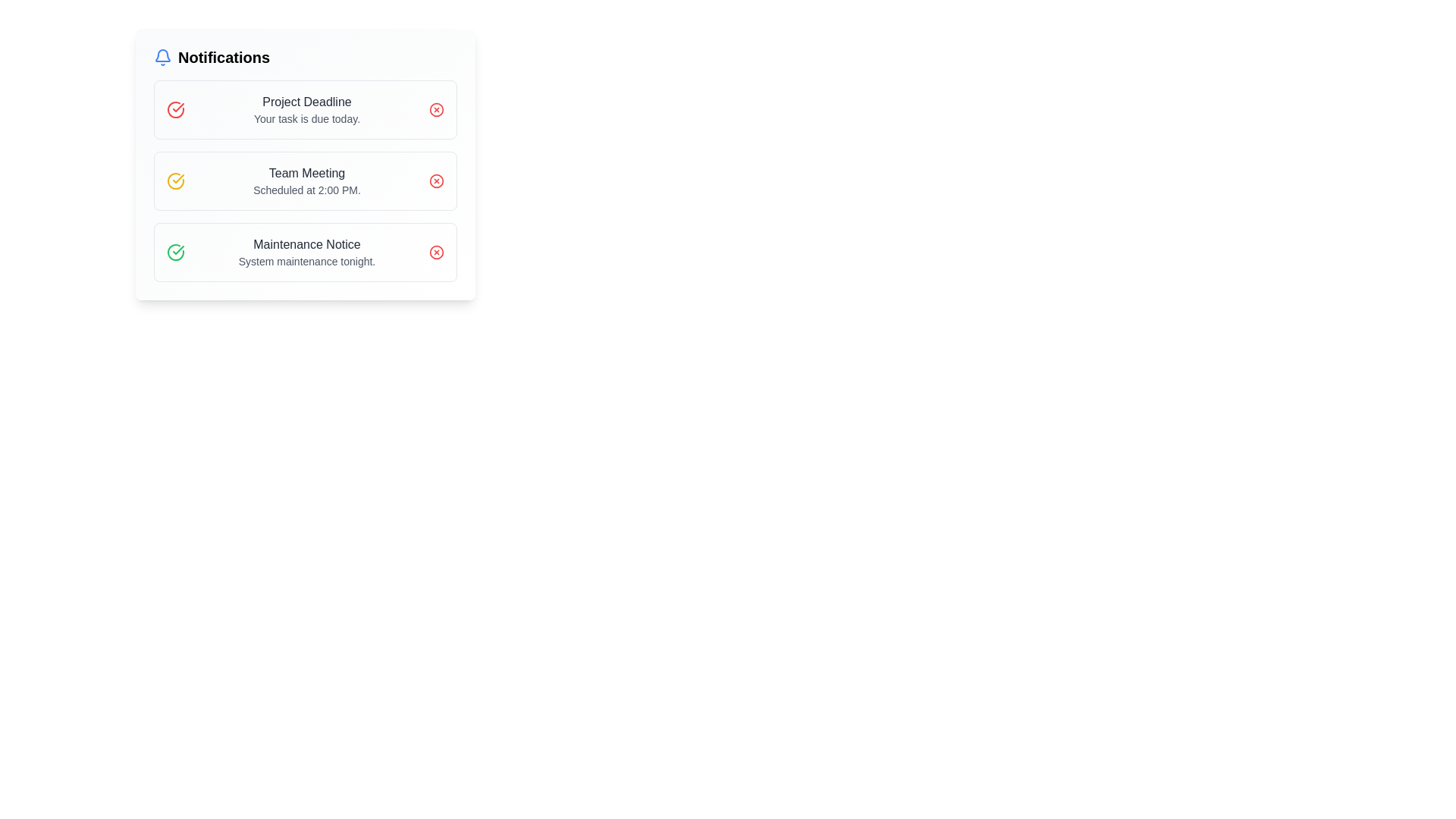 The image size is (1456, 819). Describe the element at coordinates (175, 109) in the screenshot. I see `the icon symbolizing a completed check for the 'Project Deadline' notification located in the top-left corner of the first notification block` at that location.